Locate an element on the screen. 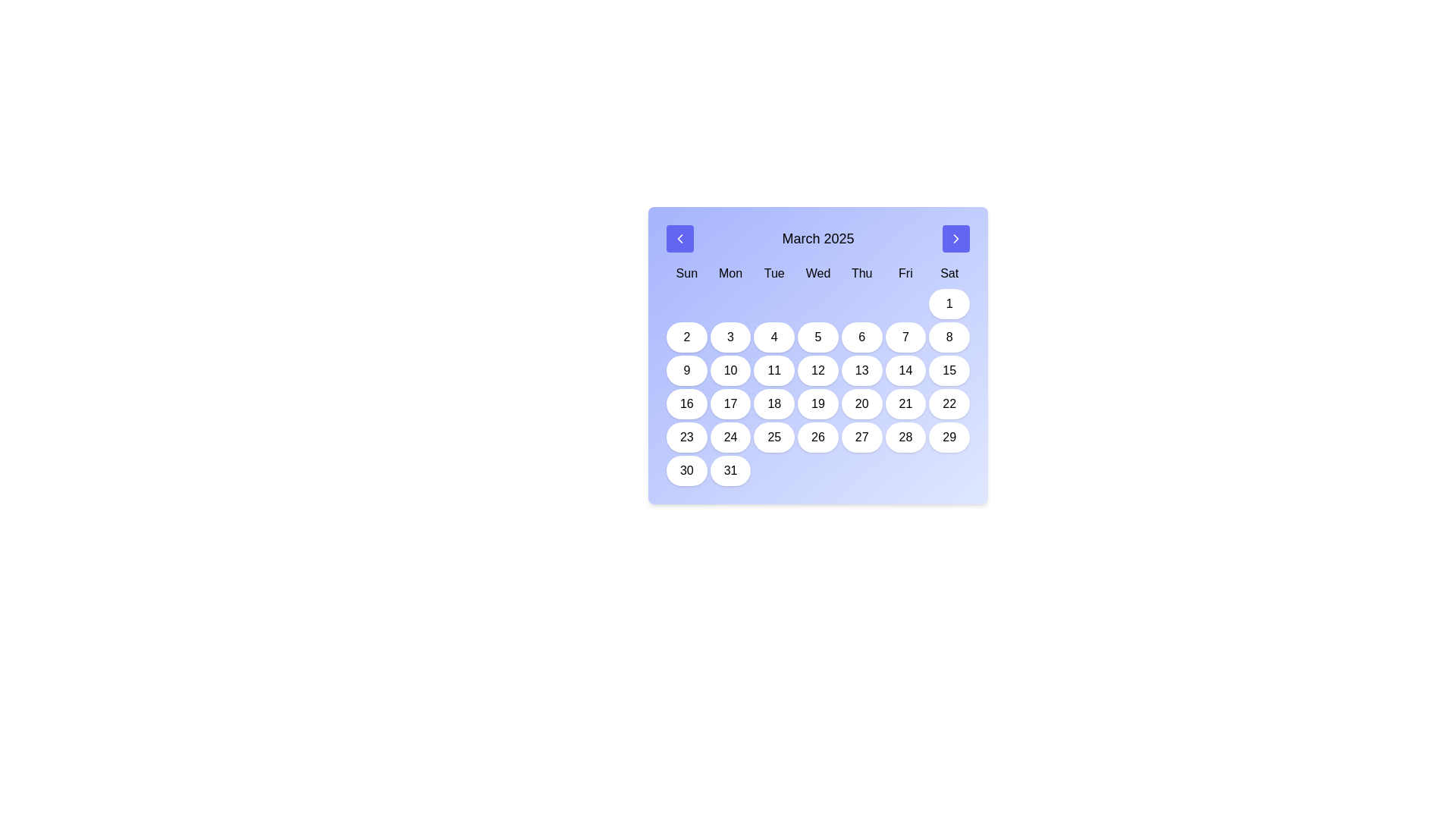  the button representing the day '20' in the March 2025 calendar is located at coordinates (861, 403).